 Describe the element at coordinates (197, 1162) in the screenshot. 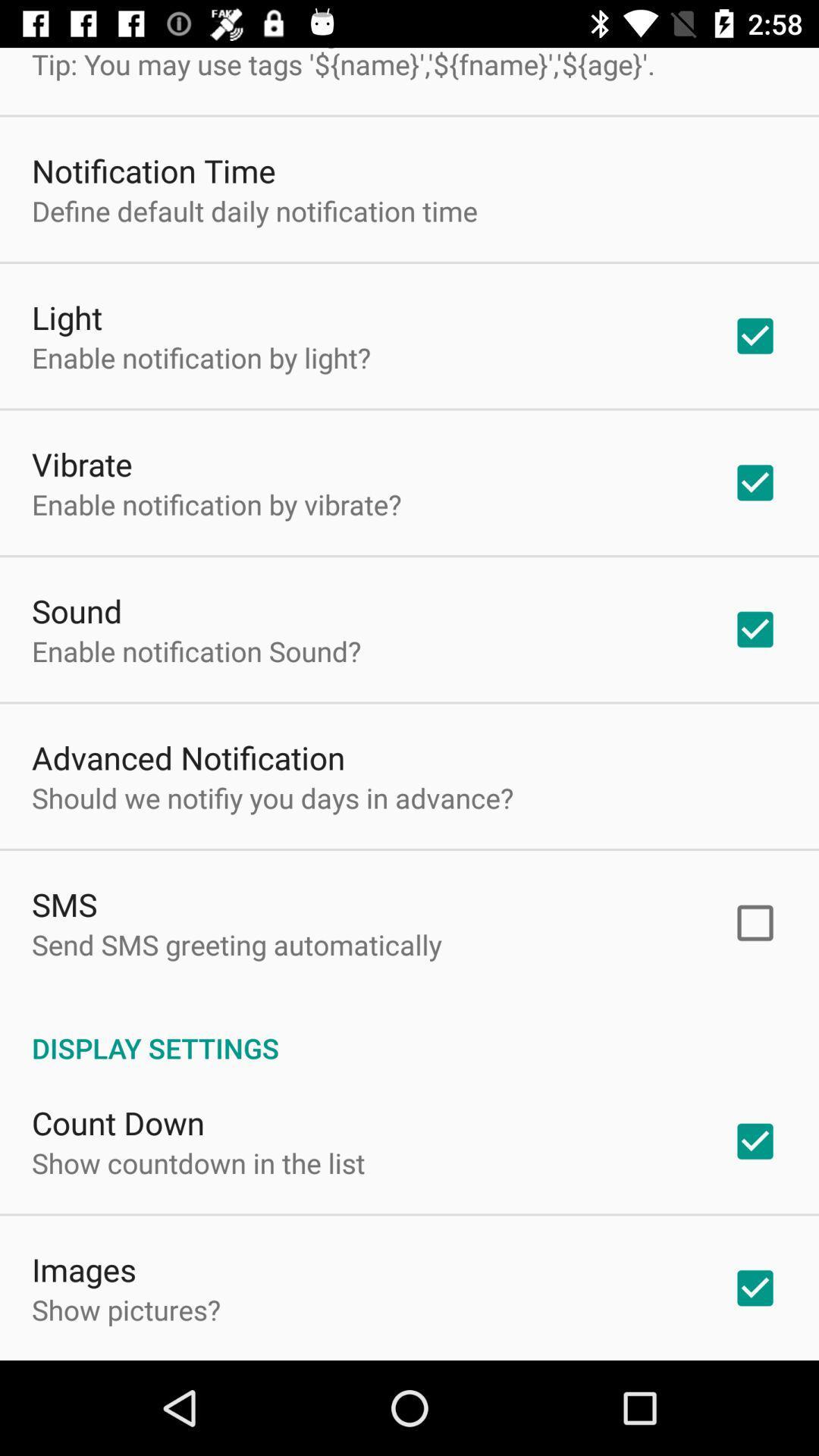

I see `app above the images app` at that location.